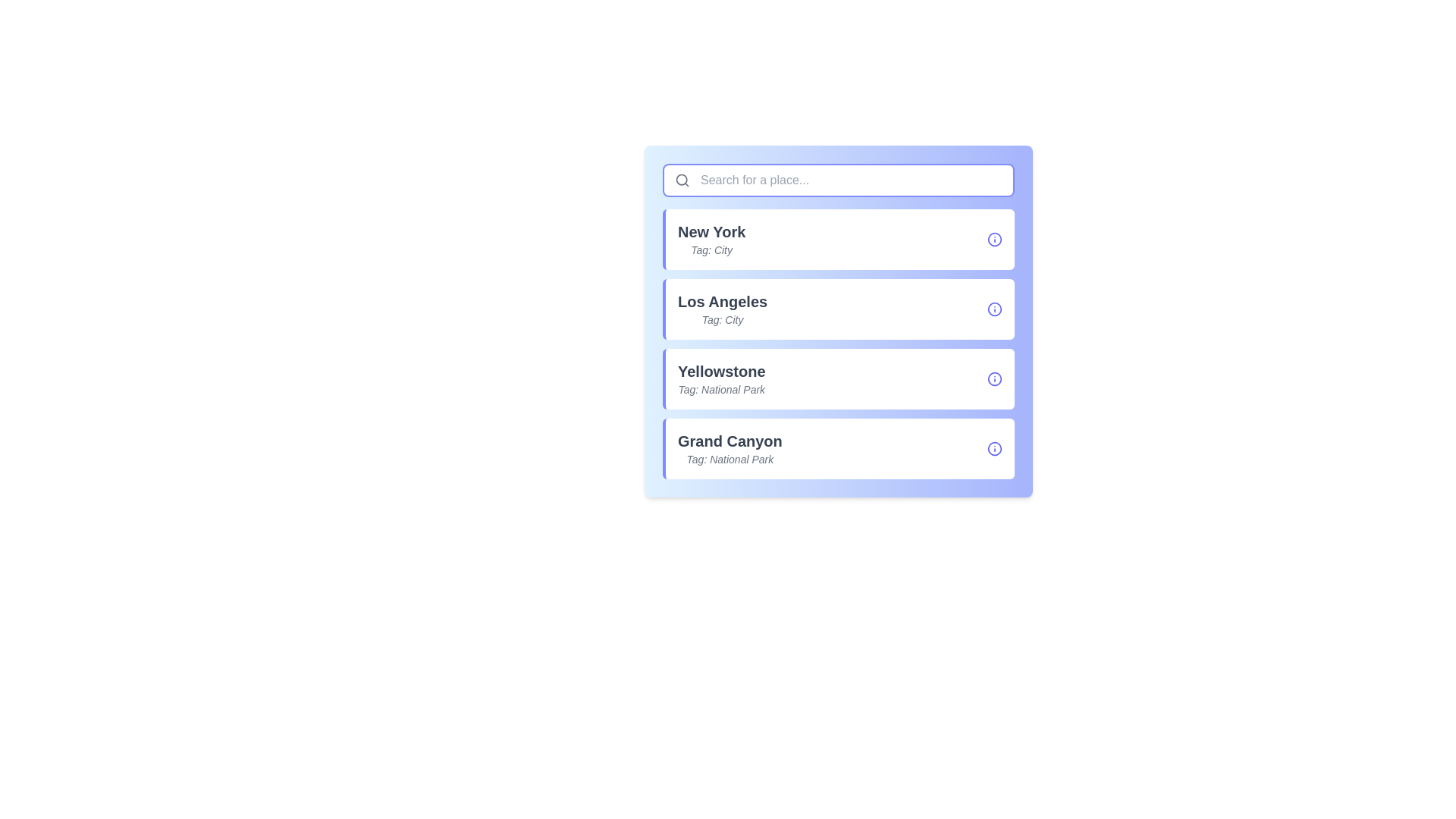 The image size is (1456, 819). I want to click on the information icon located on the far right of the row dedicated to 'Grand Canyon', so click(994, 447).